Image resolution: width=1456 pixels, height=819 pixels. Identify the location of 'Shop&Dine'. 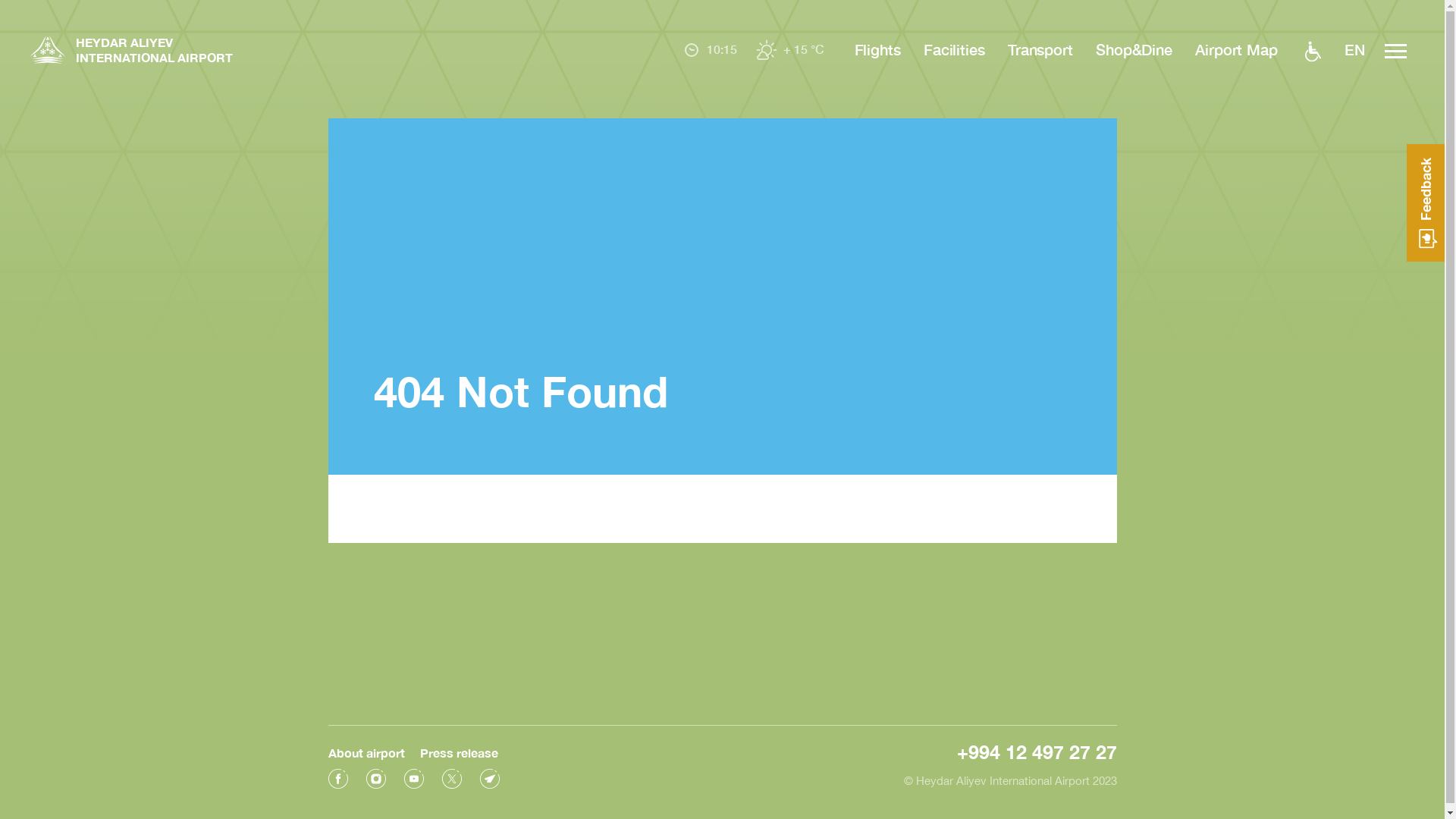
(1095, 49).